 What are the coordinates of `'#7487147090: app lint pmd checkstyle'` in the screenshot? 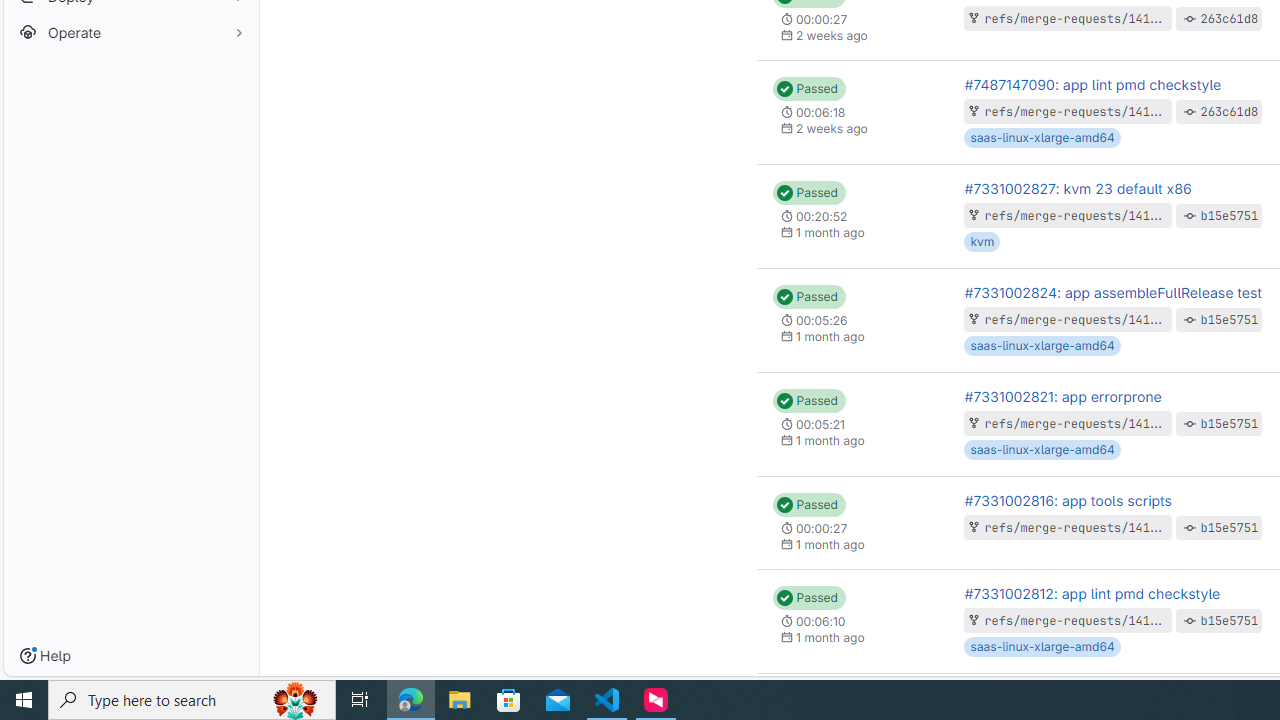 It's located at (1092, 83).